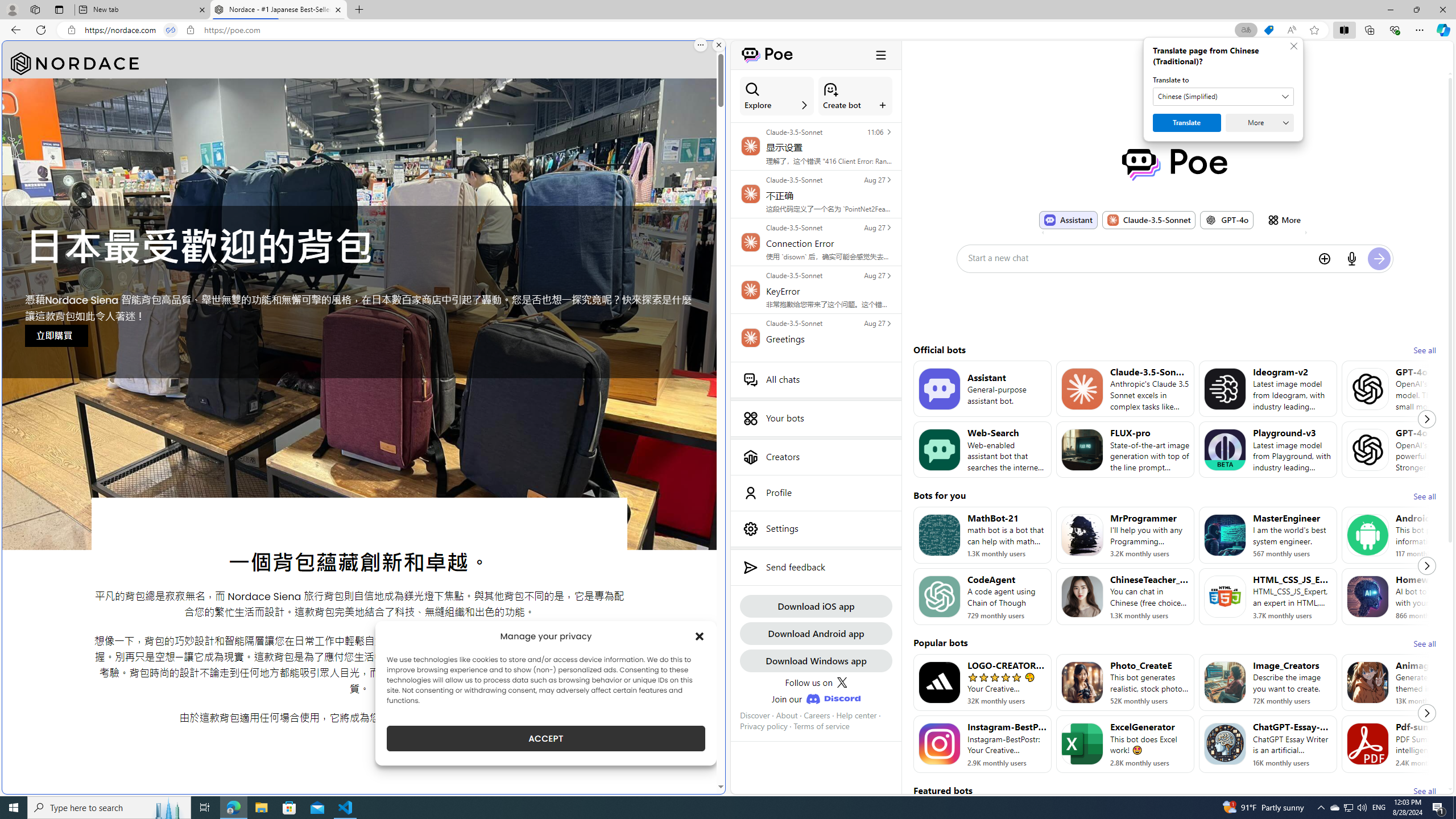  What do you see at coordinates (1424, 791) in the screenshot?
I see `'See all'` at bounding box center [1424, 791].